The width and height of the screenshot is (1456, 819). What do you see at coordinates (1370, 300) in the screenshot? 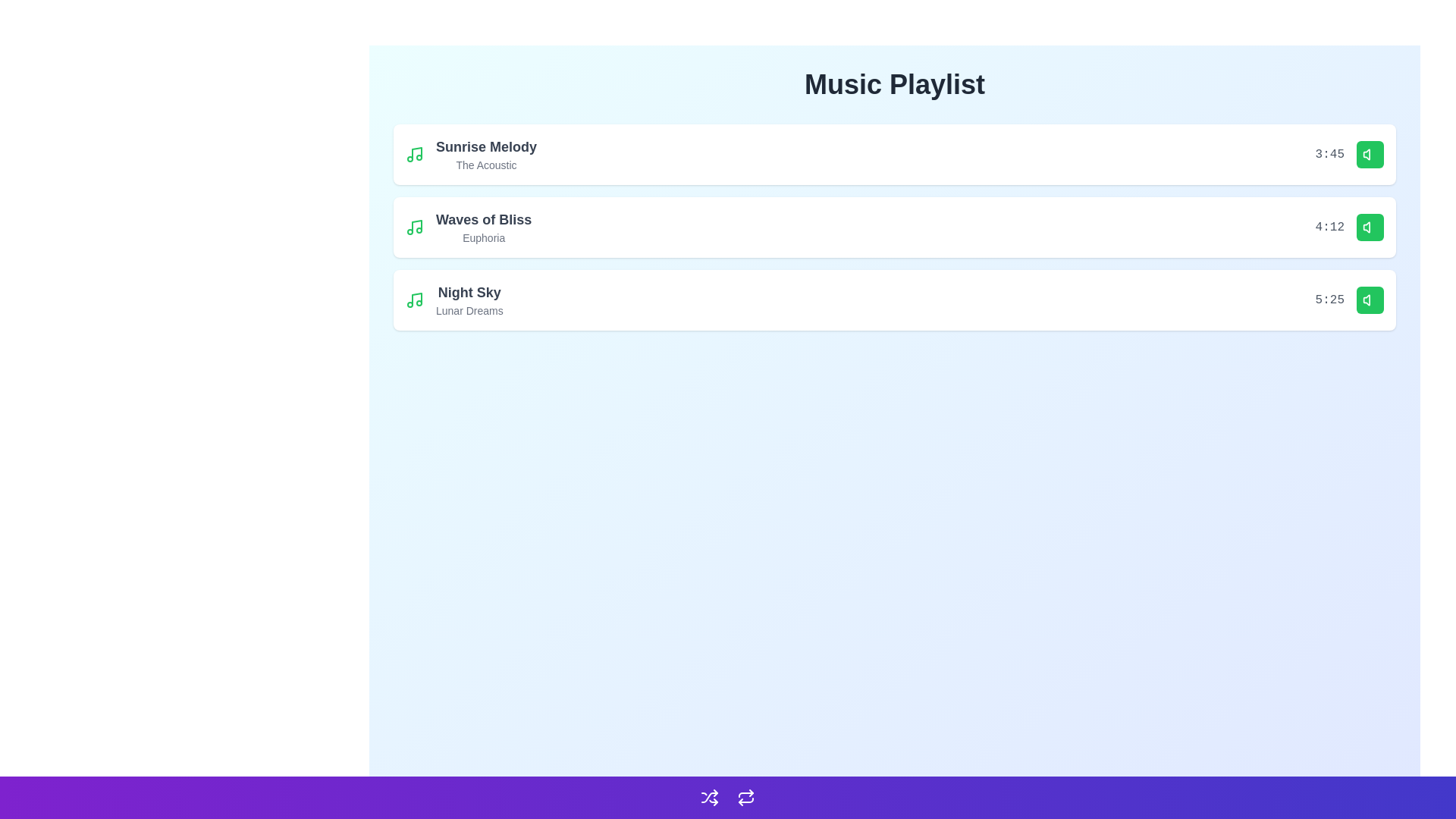
I see `the volume control icon, which is a small white speaker icon inside a rounded green button, located to the far right of the 'Night Sky' track in the playlist` at bounding box center [1370, 300].